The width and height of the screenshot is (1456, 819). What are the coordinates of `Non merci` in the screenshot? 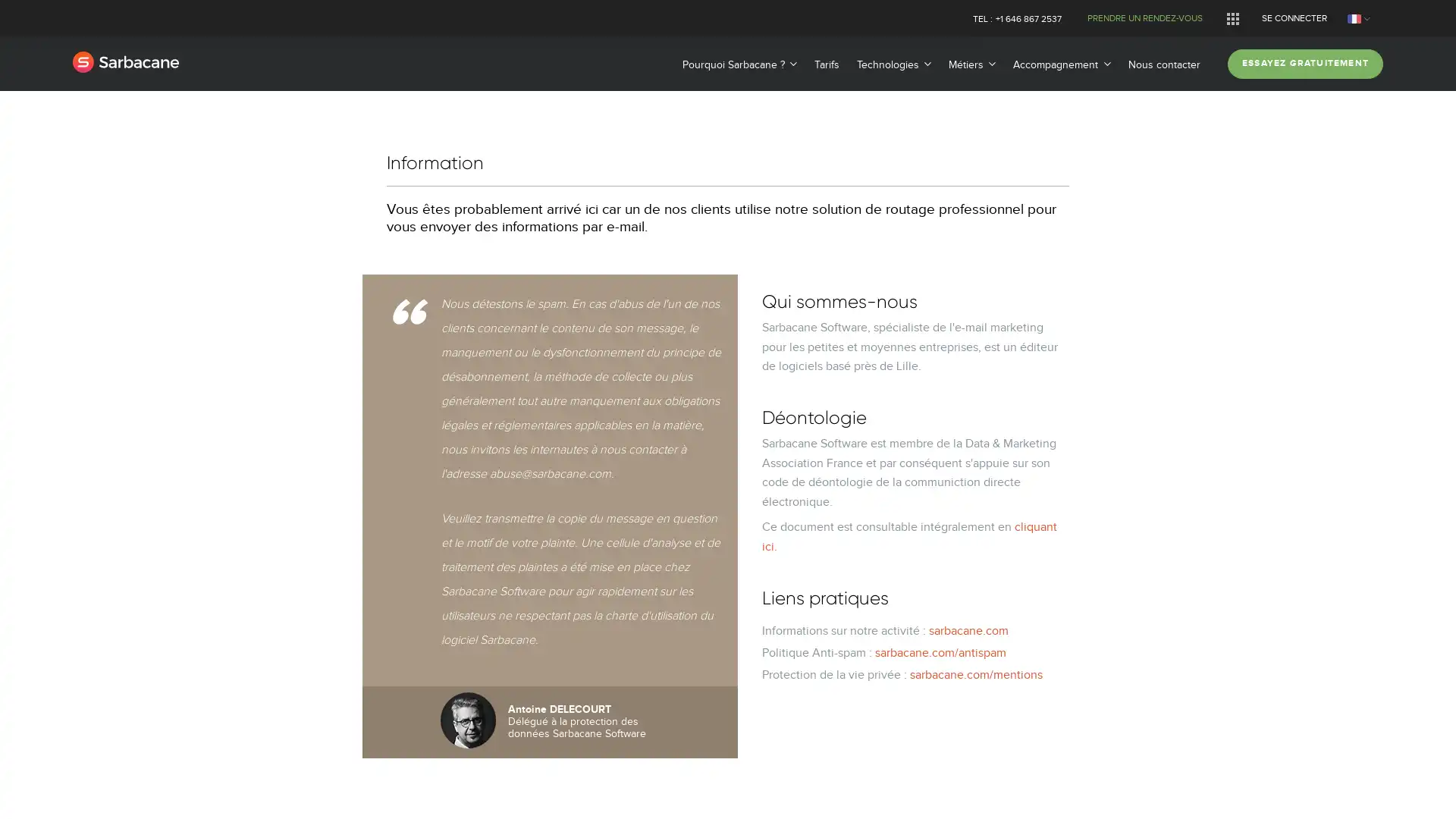 It's located at (607, 513).